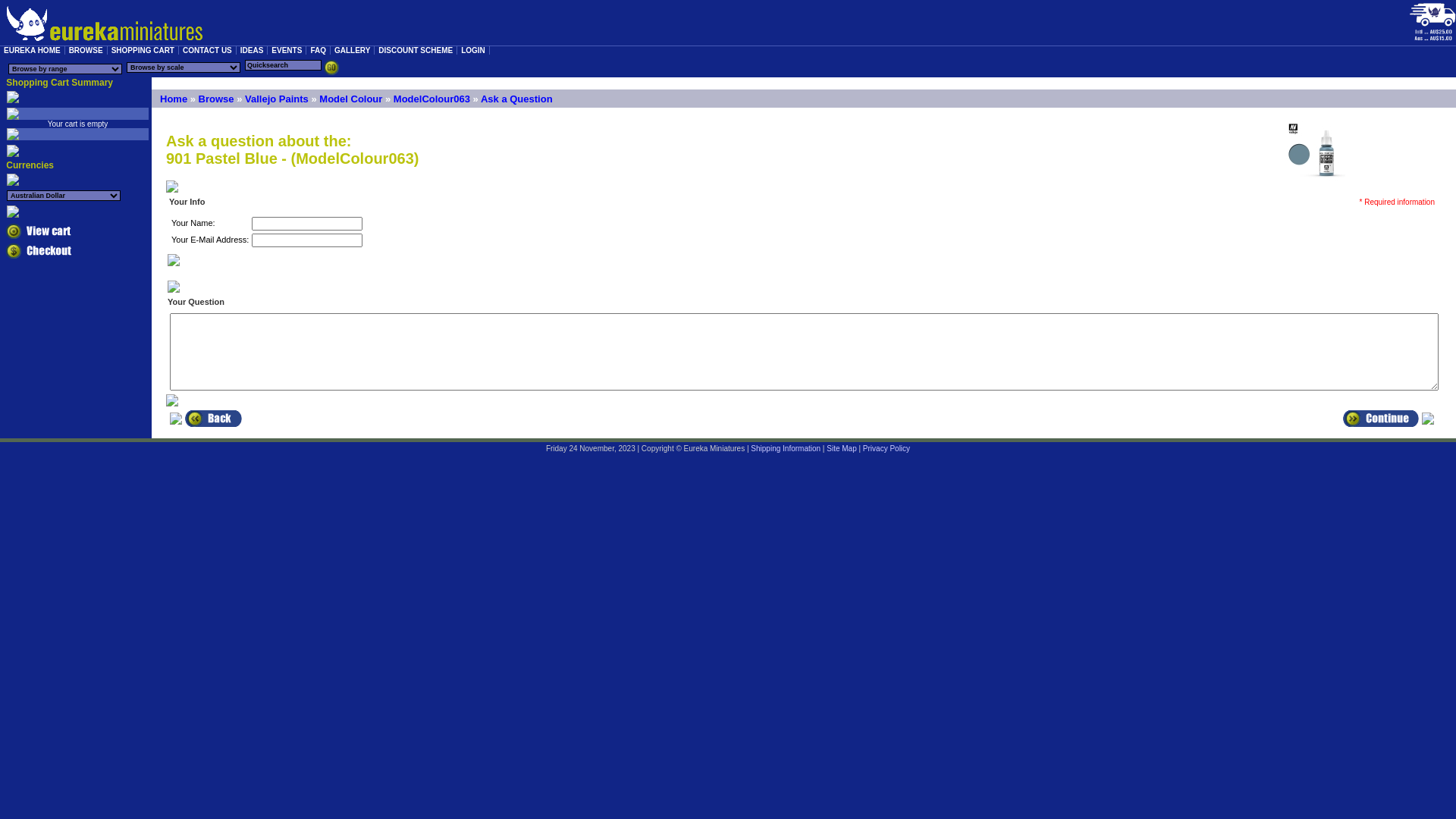 This screenshot has height=819, width=1456. Describe the element at coordinates (178, 49) in the screenshot. I see `'CONTACT US'` at that location.